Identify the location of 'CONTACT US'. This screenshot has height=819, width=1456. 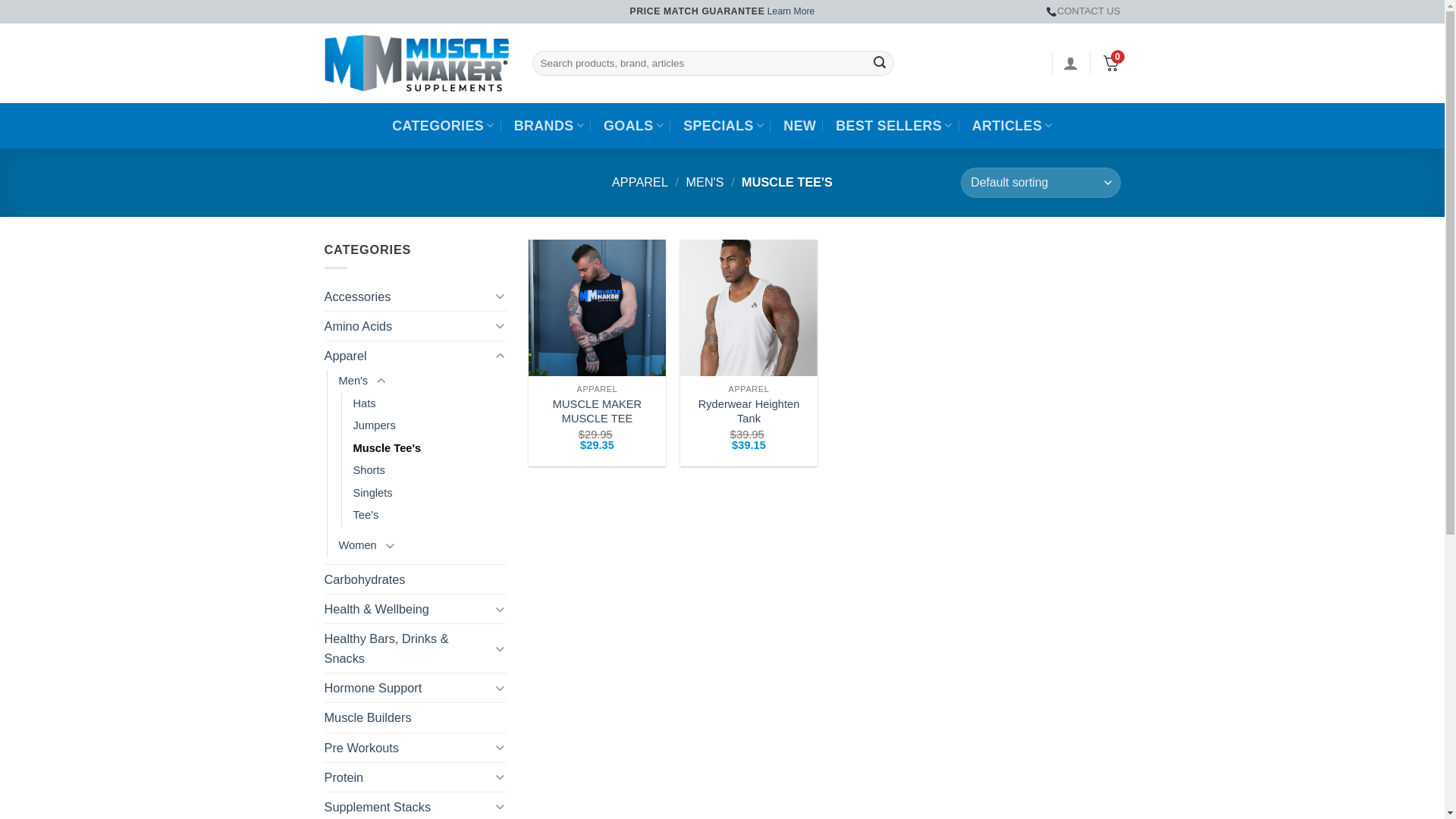
(1082, 11).